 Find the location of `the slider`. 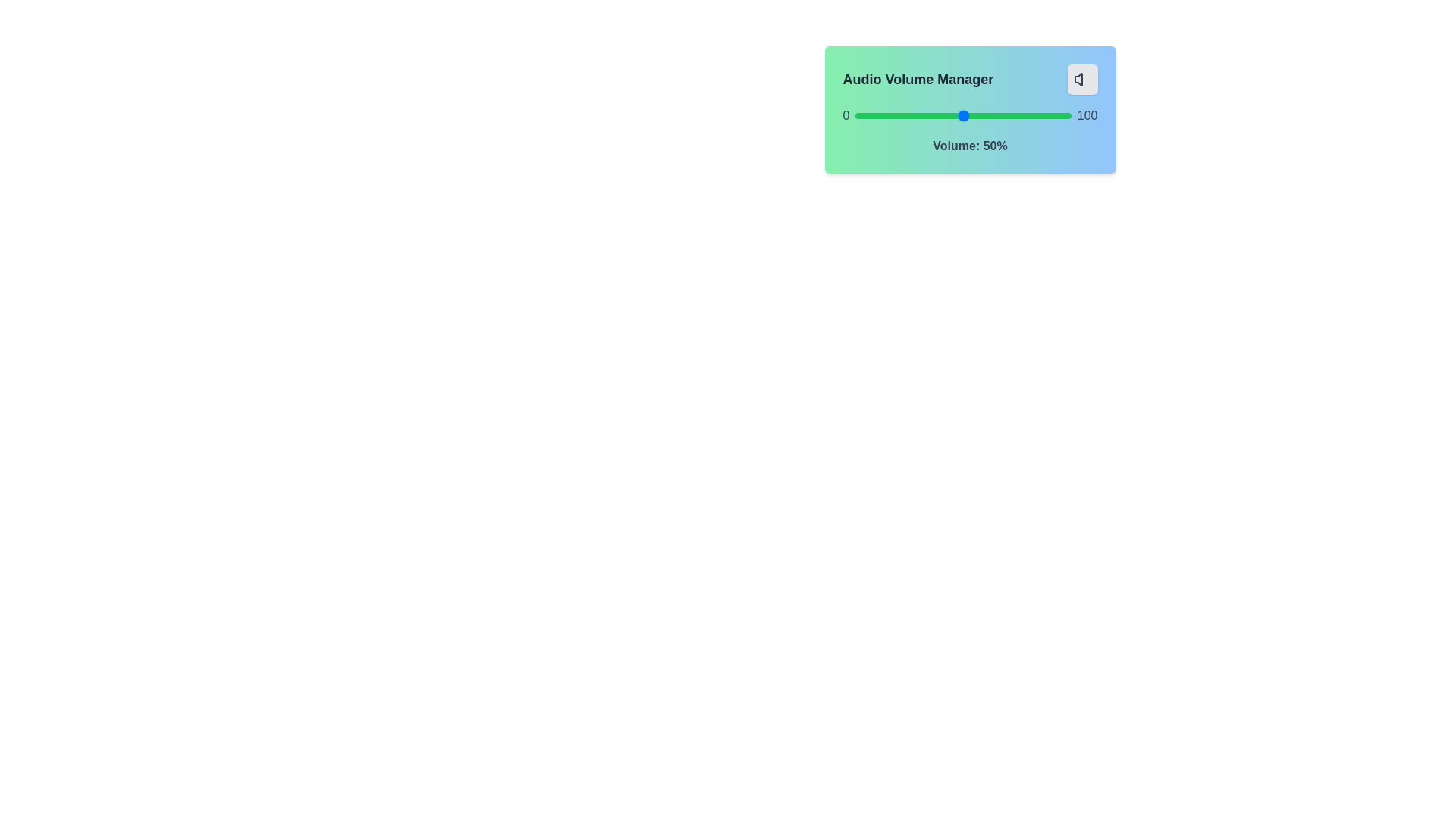

the slider is located at coordinates (915, 115).